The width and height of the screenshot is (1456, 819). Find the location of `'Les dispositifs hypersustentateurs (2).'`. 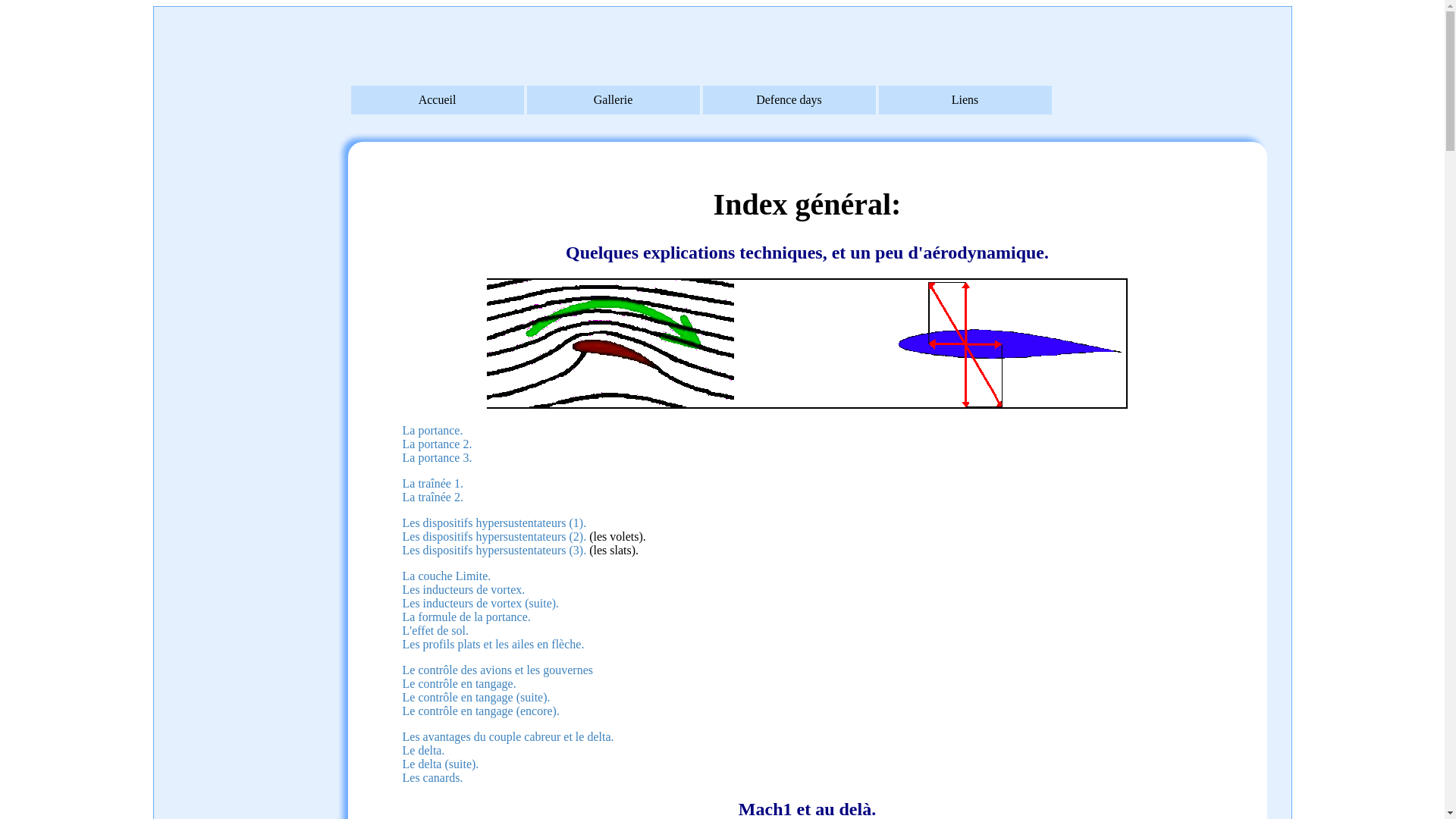

'Les dispositifs hypersustentateurs (2).' is located at coordinates (494, 535).